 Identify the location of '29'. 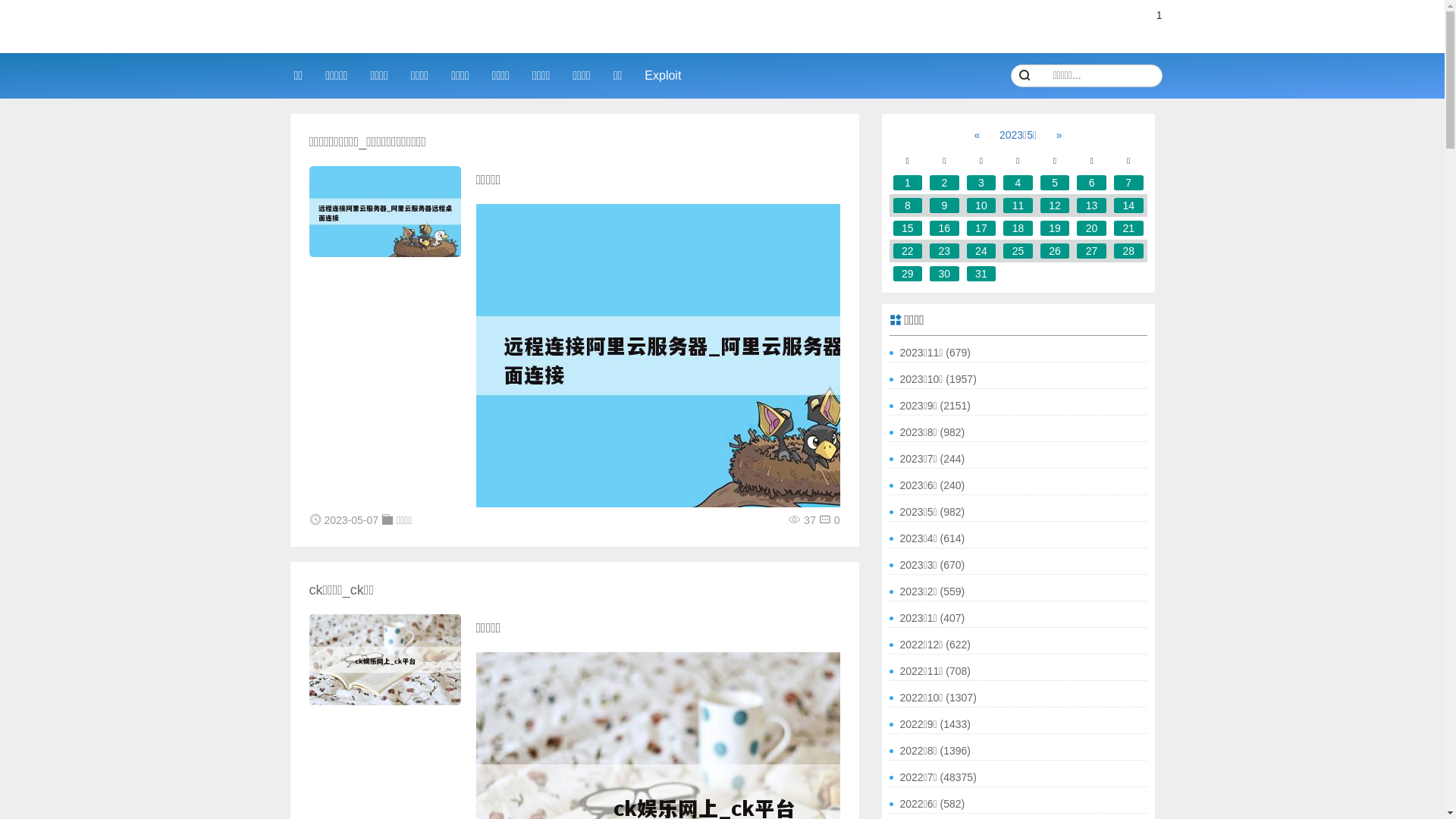
(908, 274).